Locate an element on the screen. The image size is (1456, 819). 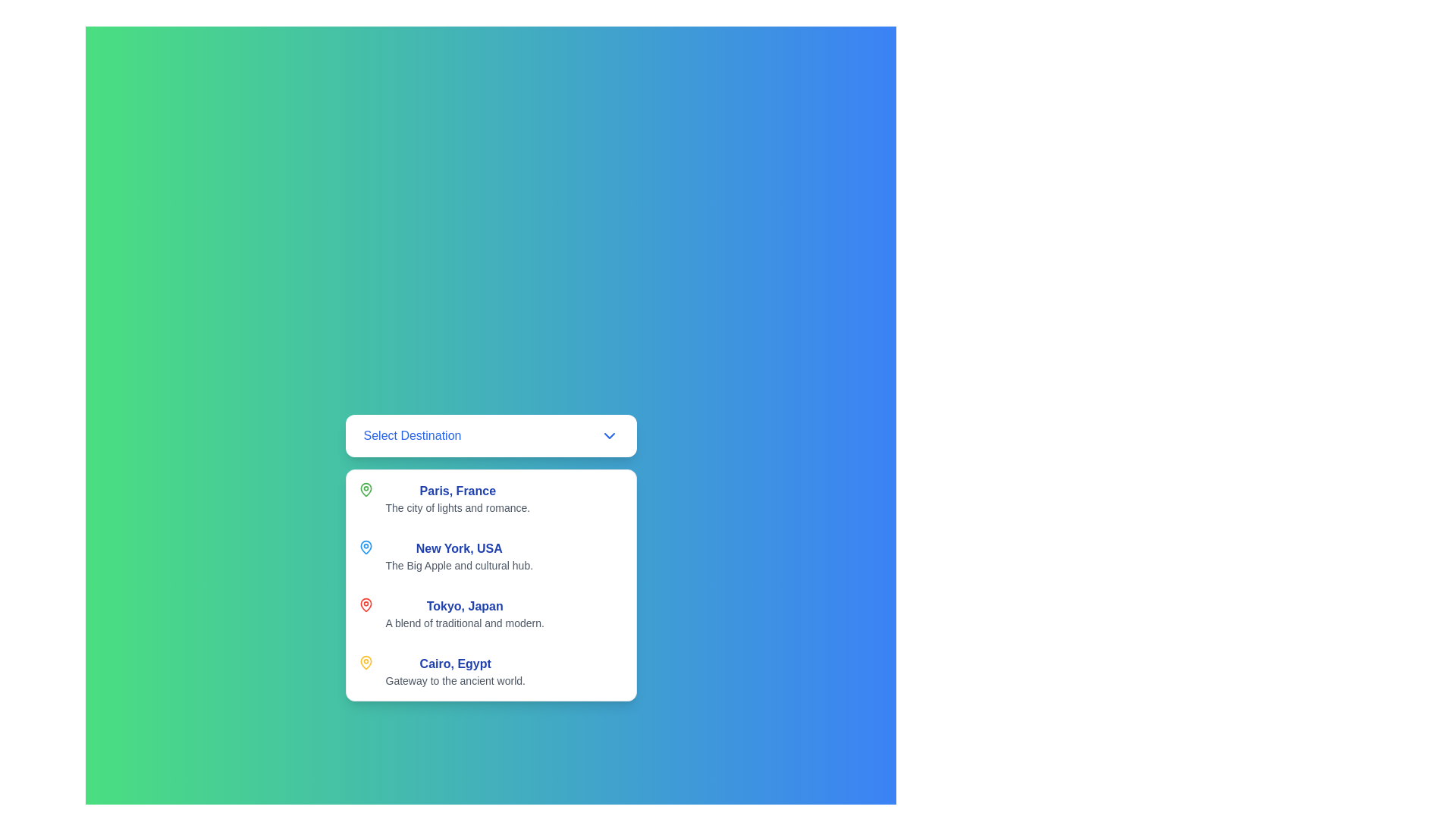
the list item featuring a bold blue location name and a gray description, which is the last item in the dropdown menu under 'Tokyo, Japan' is located at coordinates (491, 671).